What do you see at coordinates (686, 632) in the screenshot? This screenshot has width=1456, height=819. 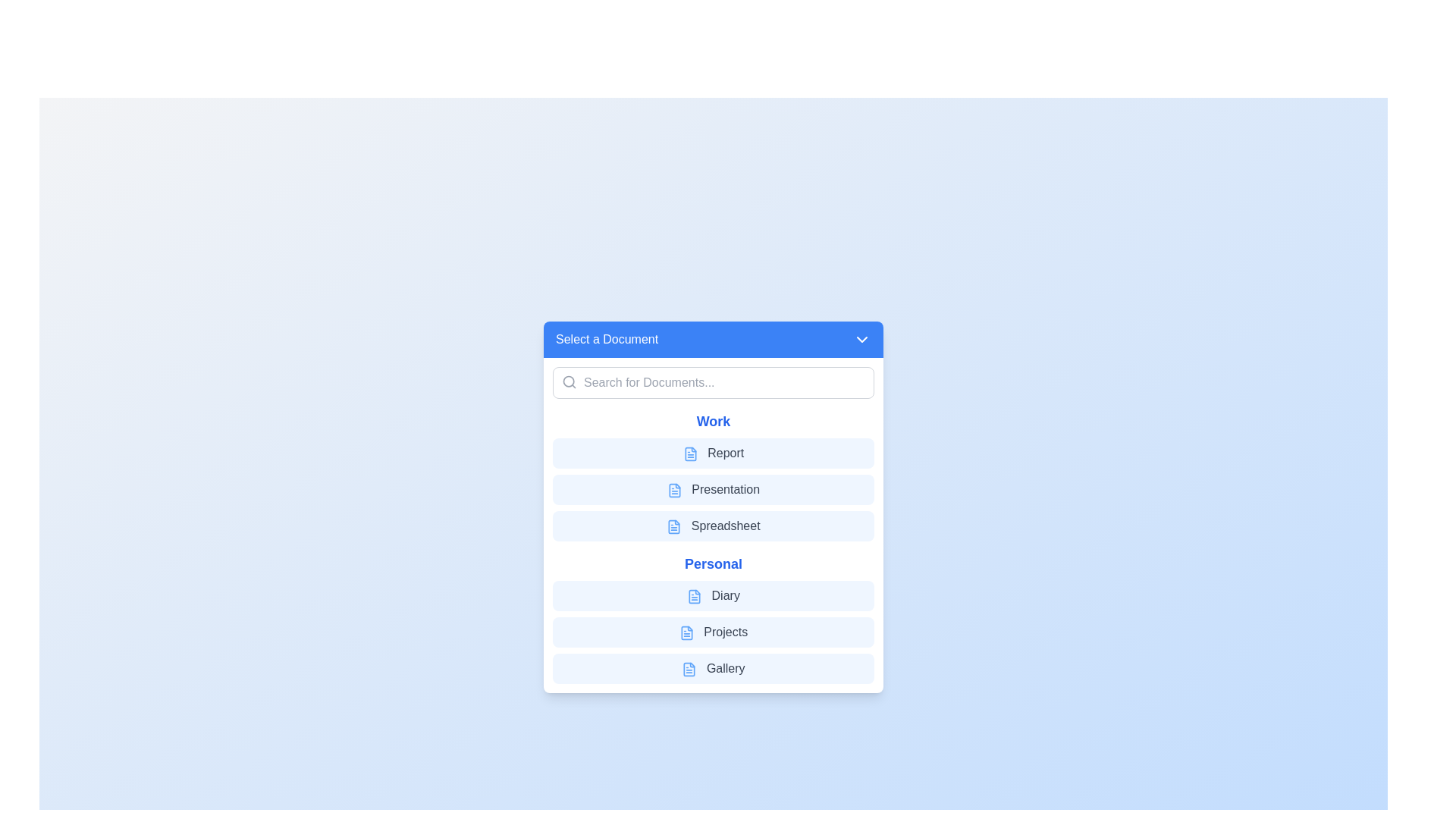 I see `the document icon in the 'Personal' section of the dropdown menu, which is styled in blue and white and precedes the 'Projects' text` at bounding box center [686, 632].